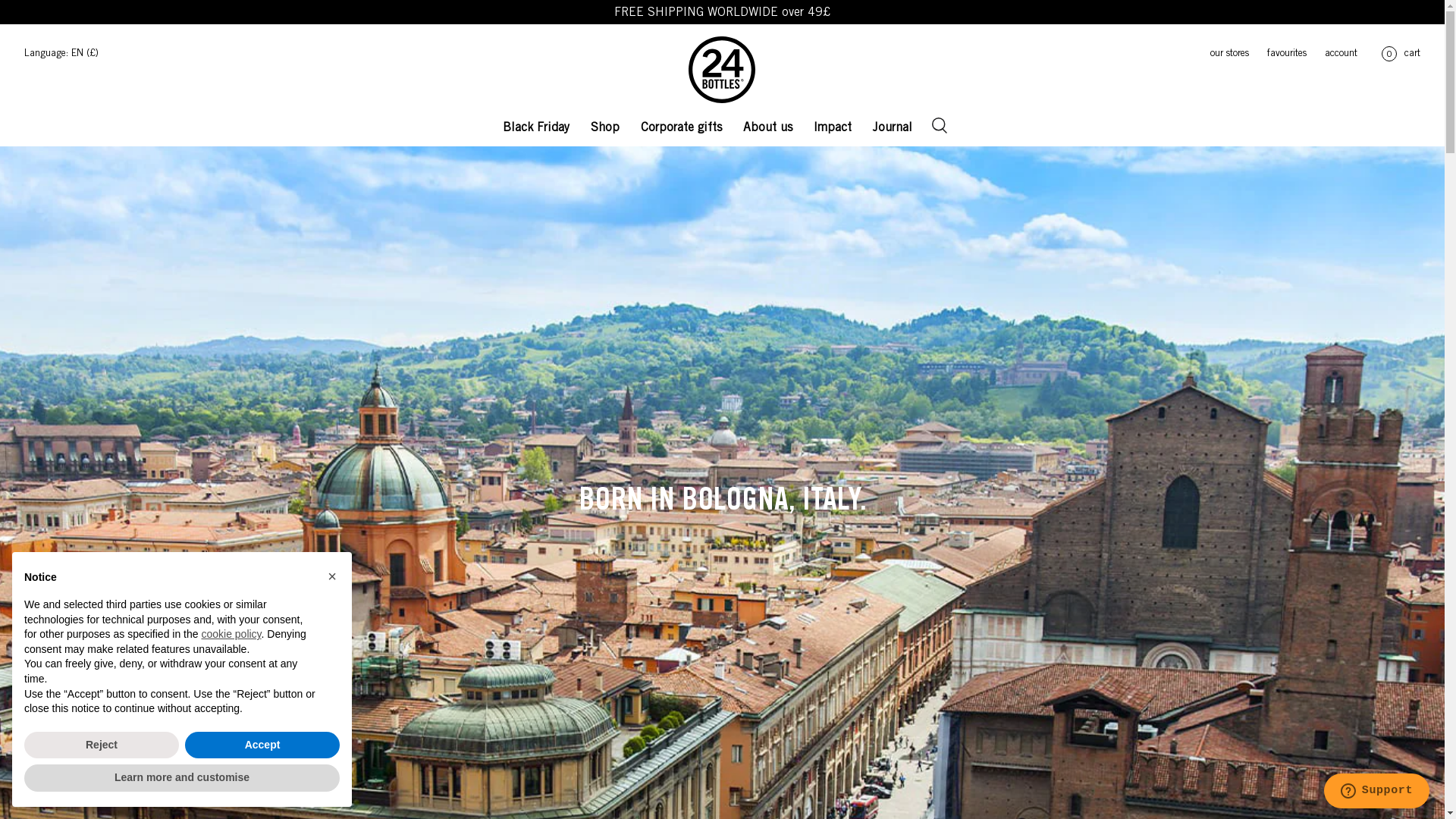  What do you see at coordinates (1376, 792) in the screenshot?
I see `'Opens a widget where you can find more information'` at bounding box center [1376, 792].